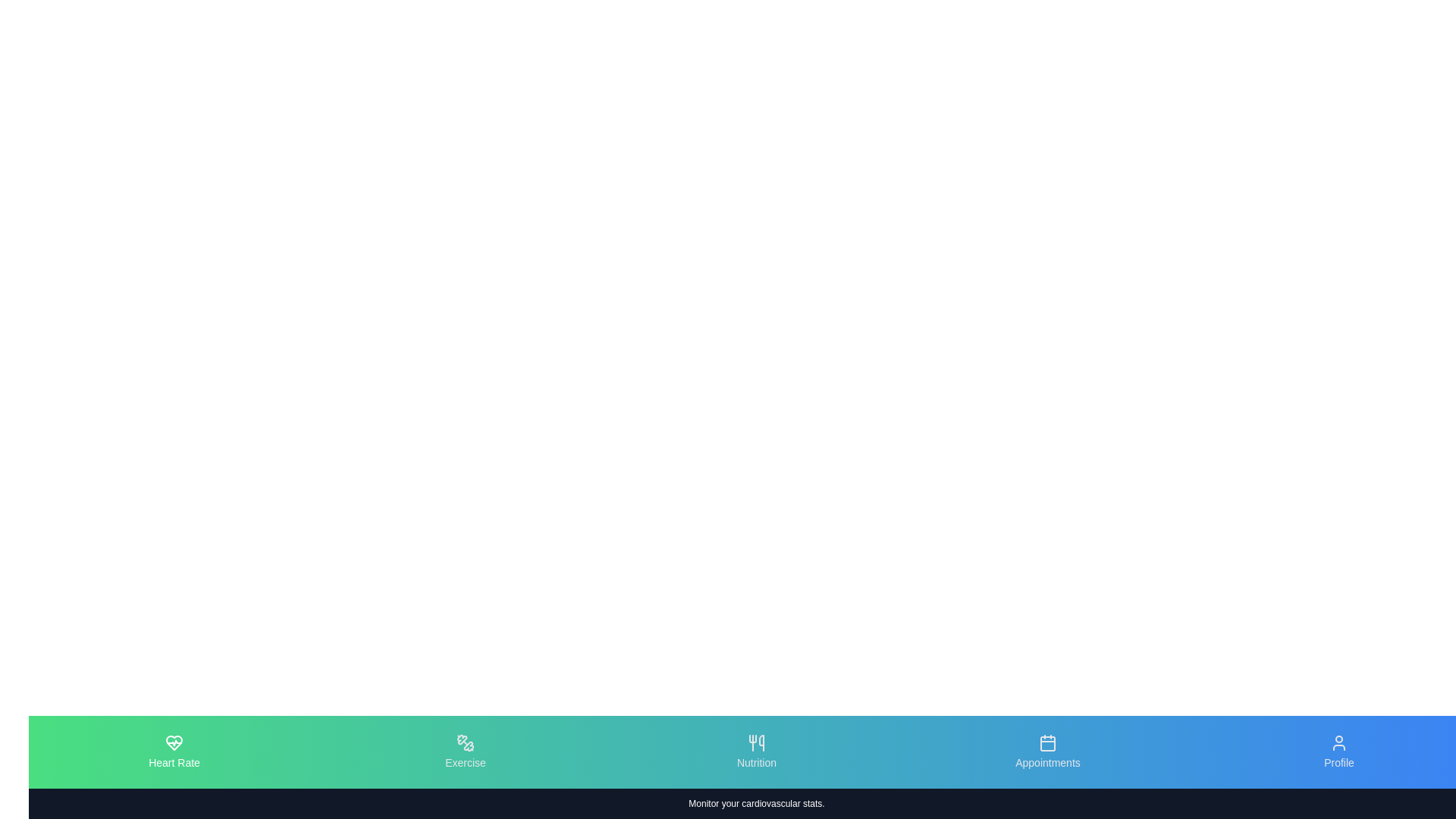  Describe the element at coordinates (465, 752) in the screenshot. I see `the tab icon labeled Exercise to observe the visual transition` at that location.